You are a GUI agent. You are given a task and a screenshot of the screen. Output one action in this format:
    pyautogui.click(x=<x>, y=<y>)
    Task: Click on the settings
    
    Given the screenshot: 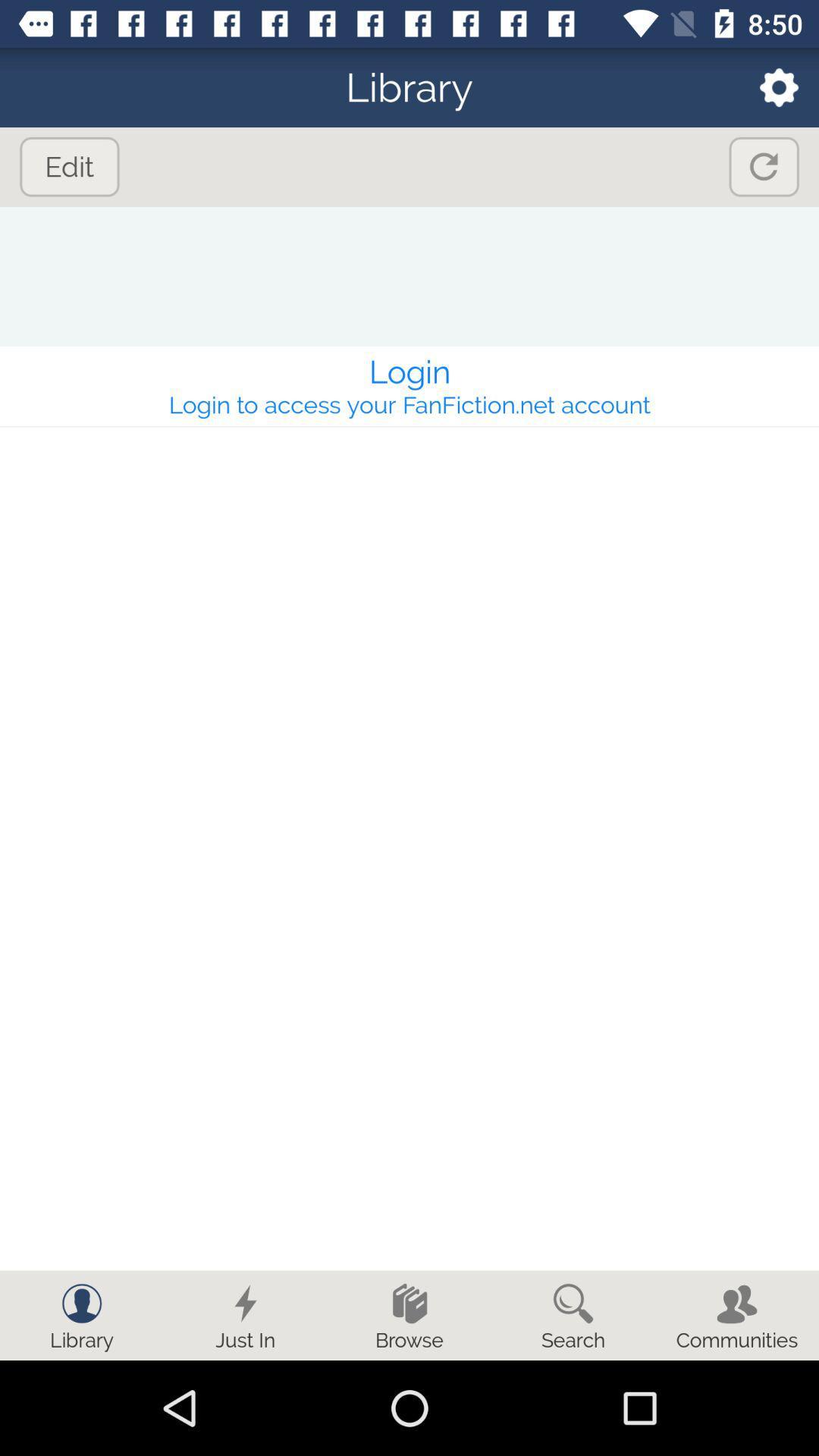 What is the action you would take?
    pyautogui.click(x=769, y=86)
    